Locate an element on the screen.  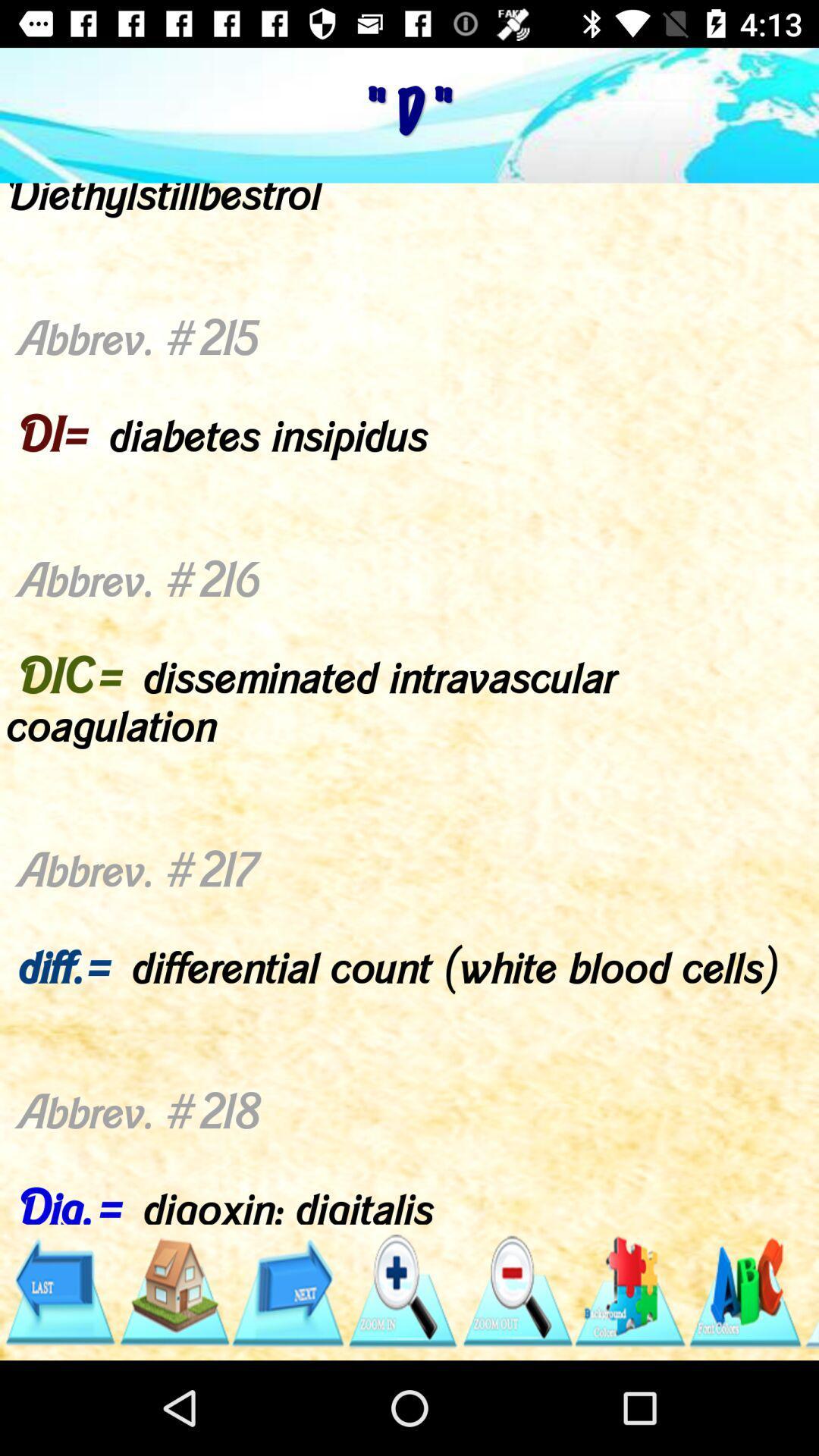
next is located at coordinates (287, 1291).